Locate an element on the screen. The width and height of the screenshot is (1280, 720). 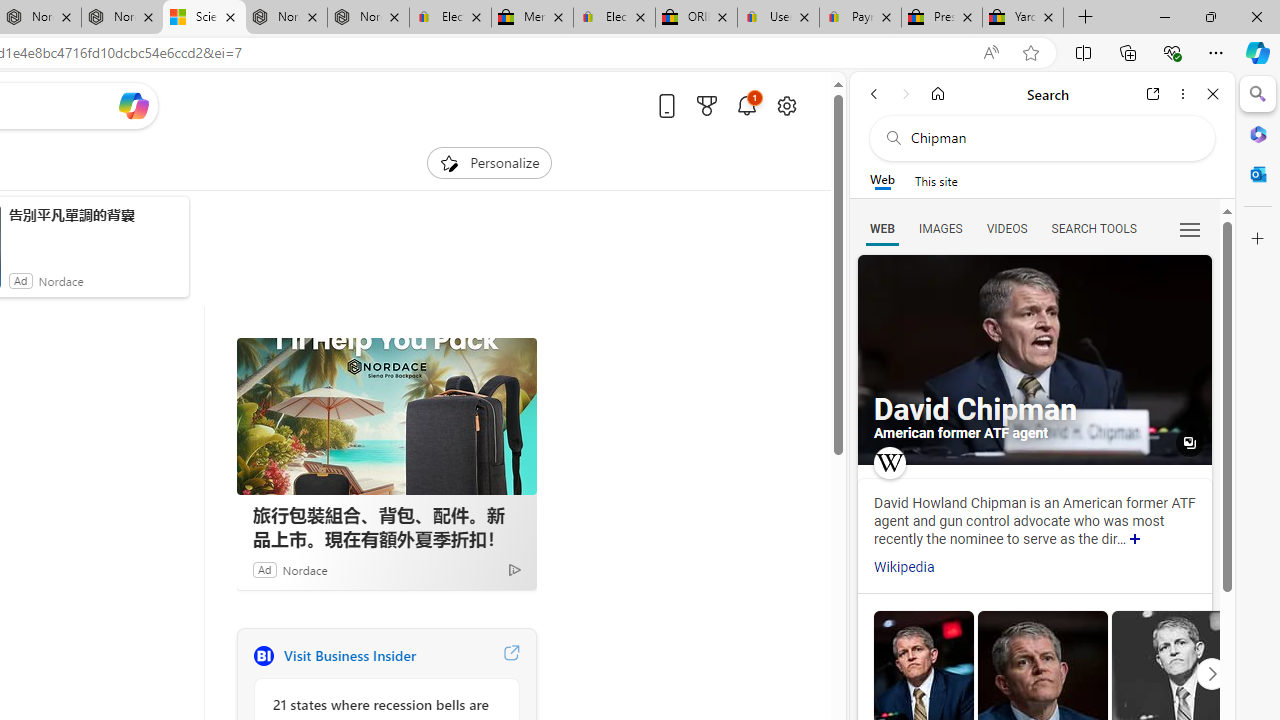
'WEB  ' is located at coordinates (881, 227).